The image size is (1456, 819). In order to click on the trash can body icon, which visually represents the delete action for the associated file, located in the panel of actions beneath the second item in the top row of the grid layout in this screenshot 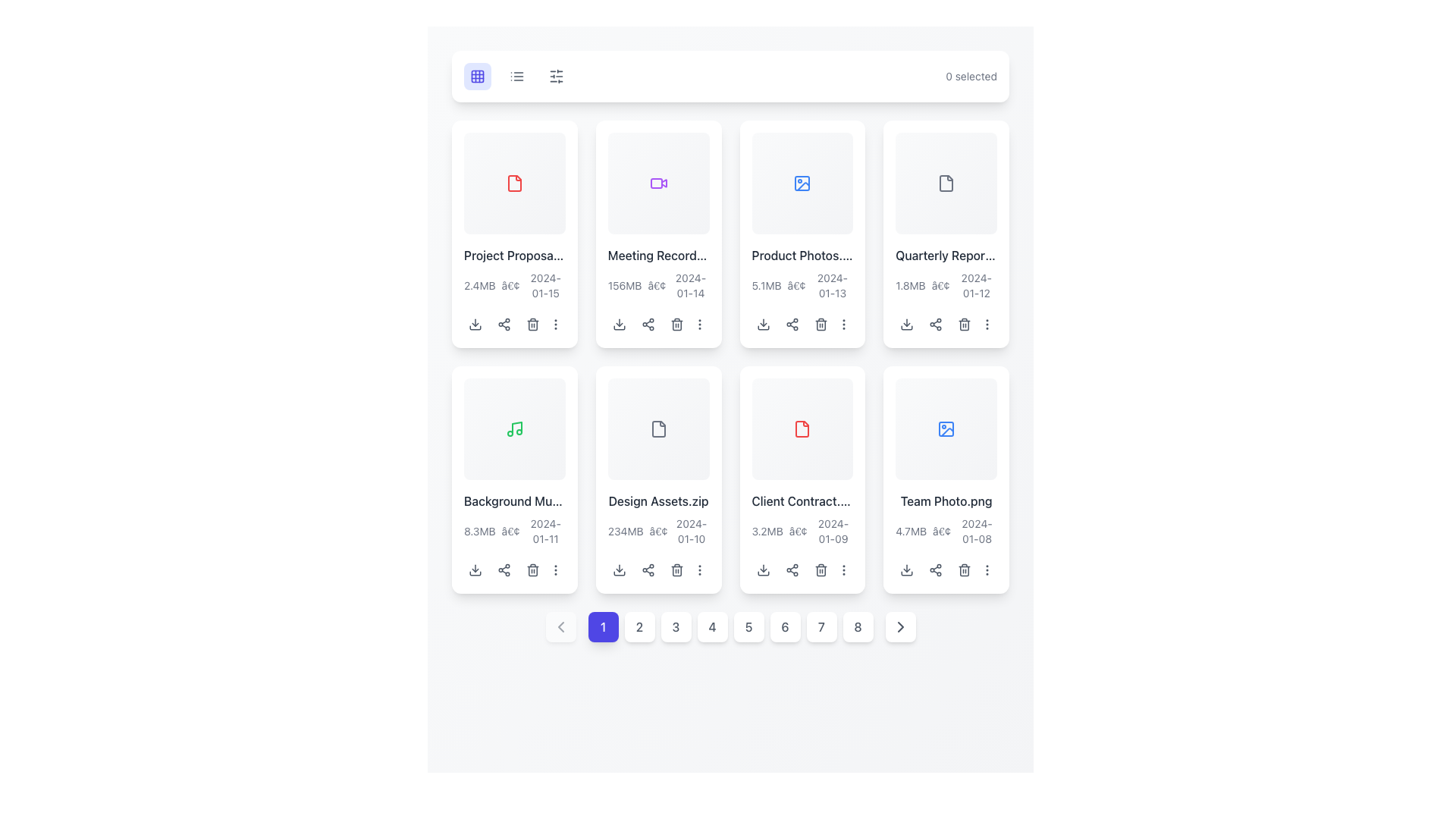, I will do `click(676, 325)`.